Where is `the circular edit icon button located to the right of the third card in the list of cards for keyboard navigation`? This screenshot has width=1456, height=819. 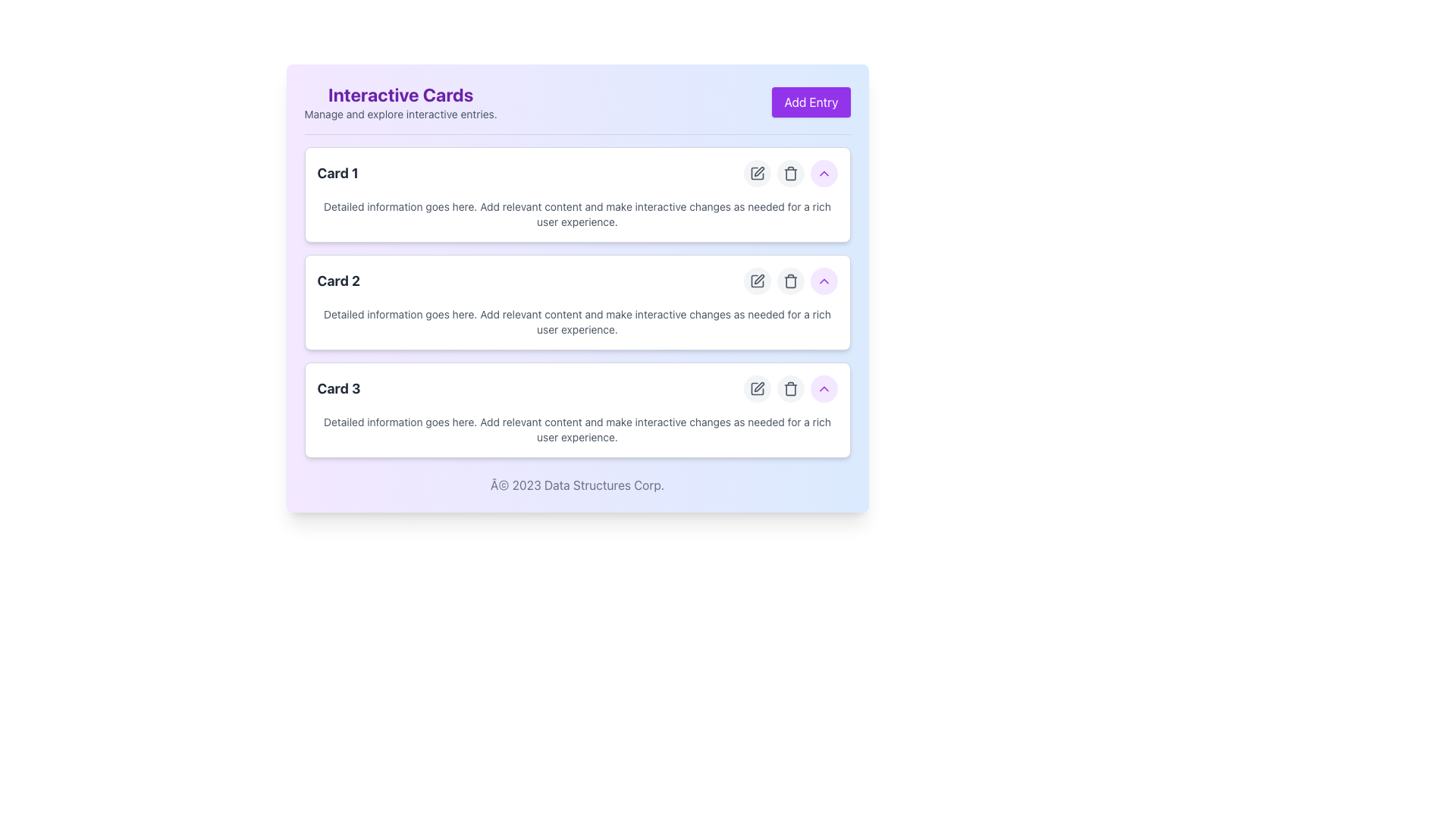 the circular edit icon button located to the right of the third card in the list of cards for keyboard navigation is located at coordinates (757, 388).